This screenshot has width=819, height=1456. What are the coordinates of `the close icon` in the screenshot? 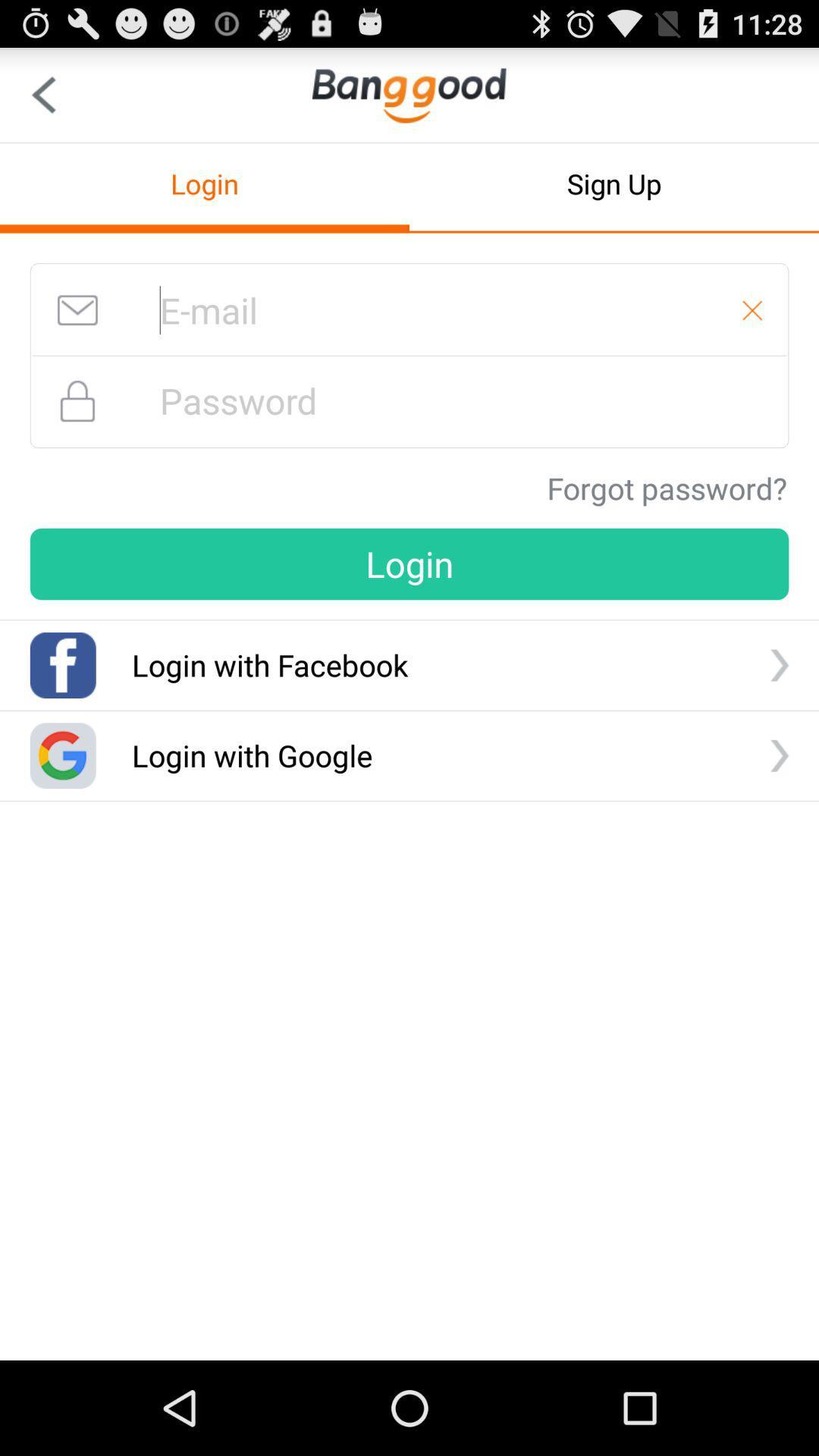 It's located at (752, 331).